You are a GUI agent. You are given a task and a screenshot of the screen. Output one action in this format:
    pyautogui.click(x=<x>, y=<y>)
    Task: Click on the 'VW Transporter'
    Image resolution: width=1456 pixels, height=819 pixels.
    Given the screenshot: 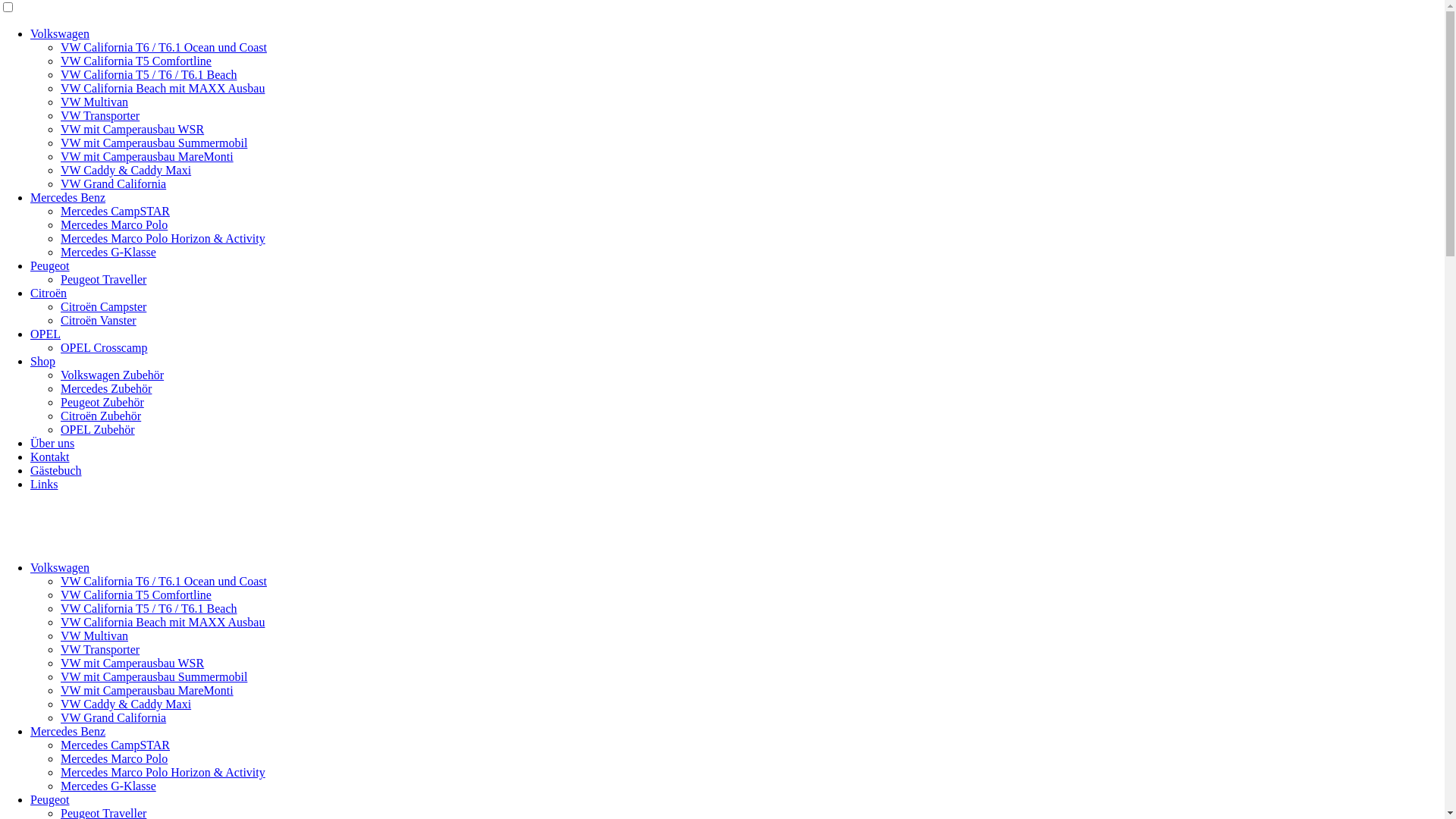 What is the action you would take?
    pyautogui.click(x=99, y=115)
    